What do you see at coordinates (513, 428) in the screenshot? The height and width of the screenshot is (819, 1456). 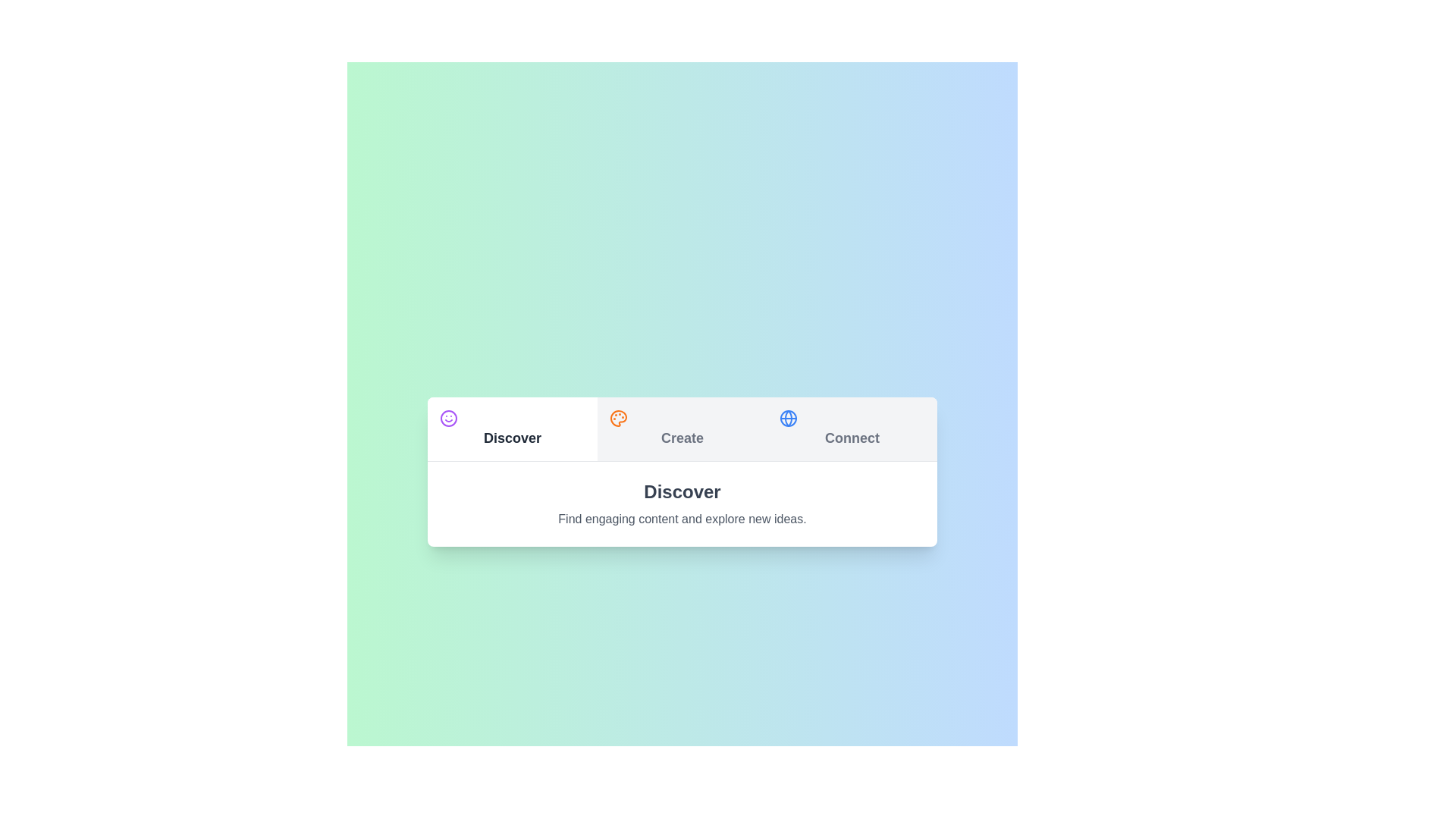 I see `the Discover tab to switch content` at bounding box center [513, 428].